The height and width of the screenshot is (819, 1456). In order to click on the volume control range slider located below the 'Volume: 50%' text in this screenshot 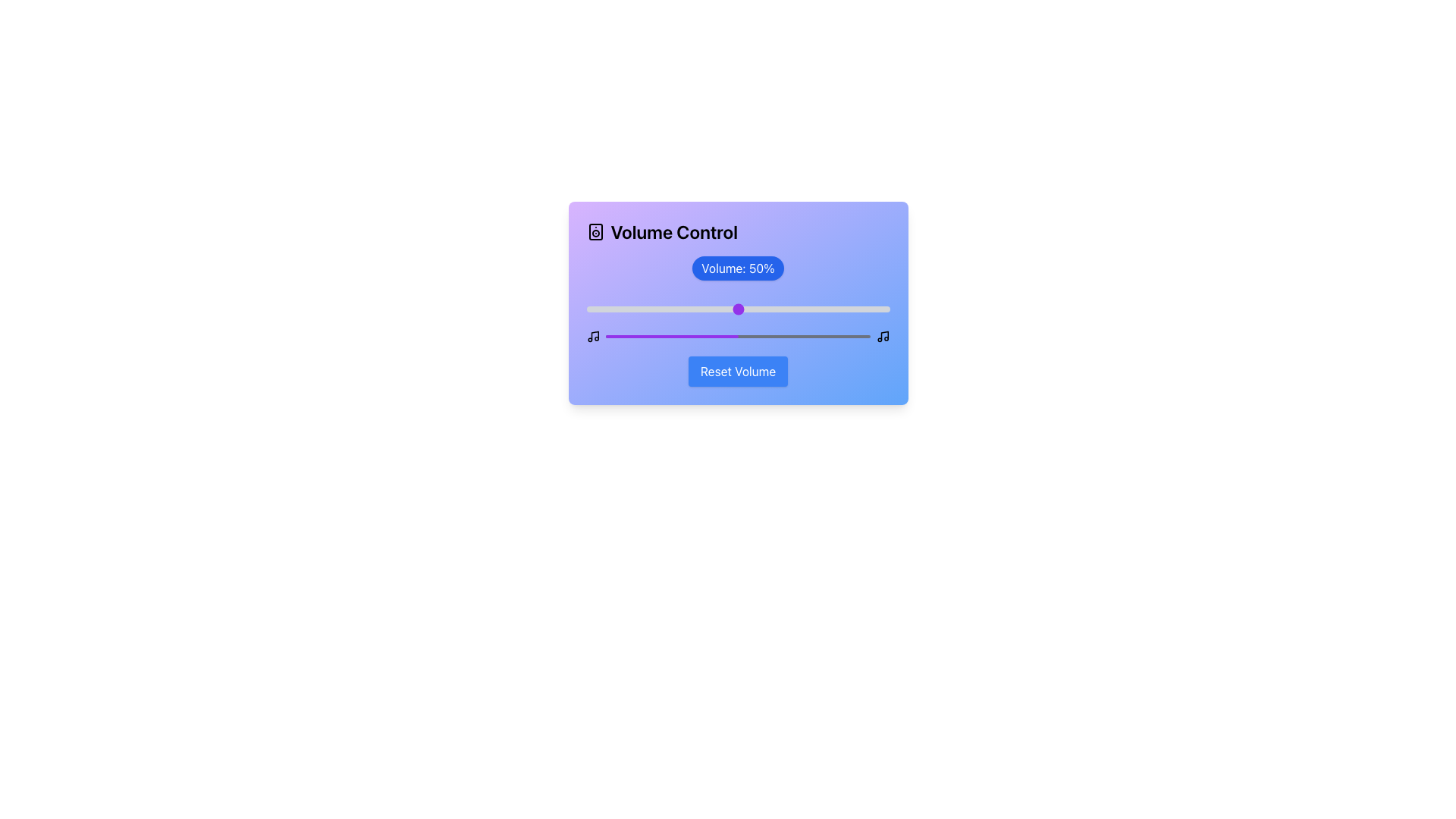, I will do `click(738, 307)`.